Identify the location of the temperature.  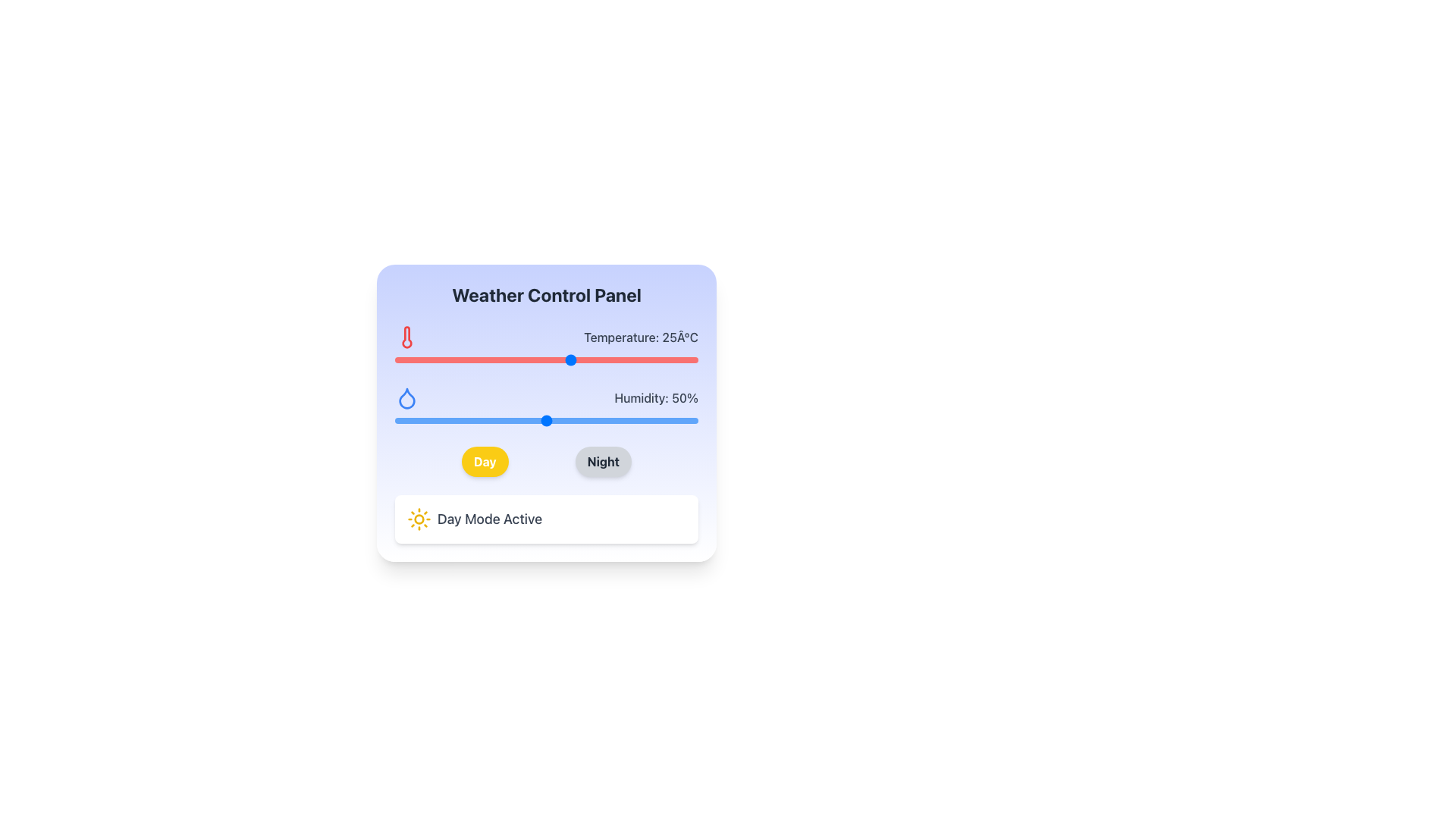
(475, 359).